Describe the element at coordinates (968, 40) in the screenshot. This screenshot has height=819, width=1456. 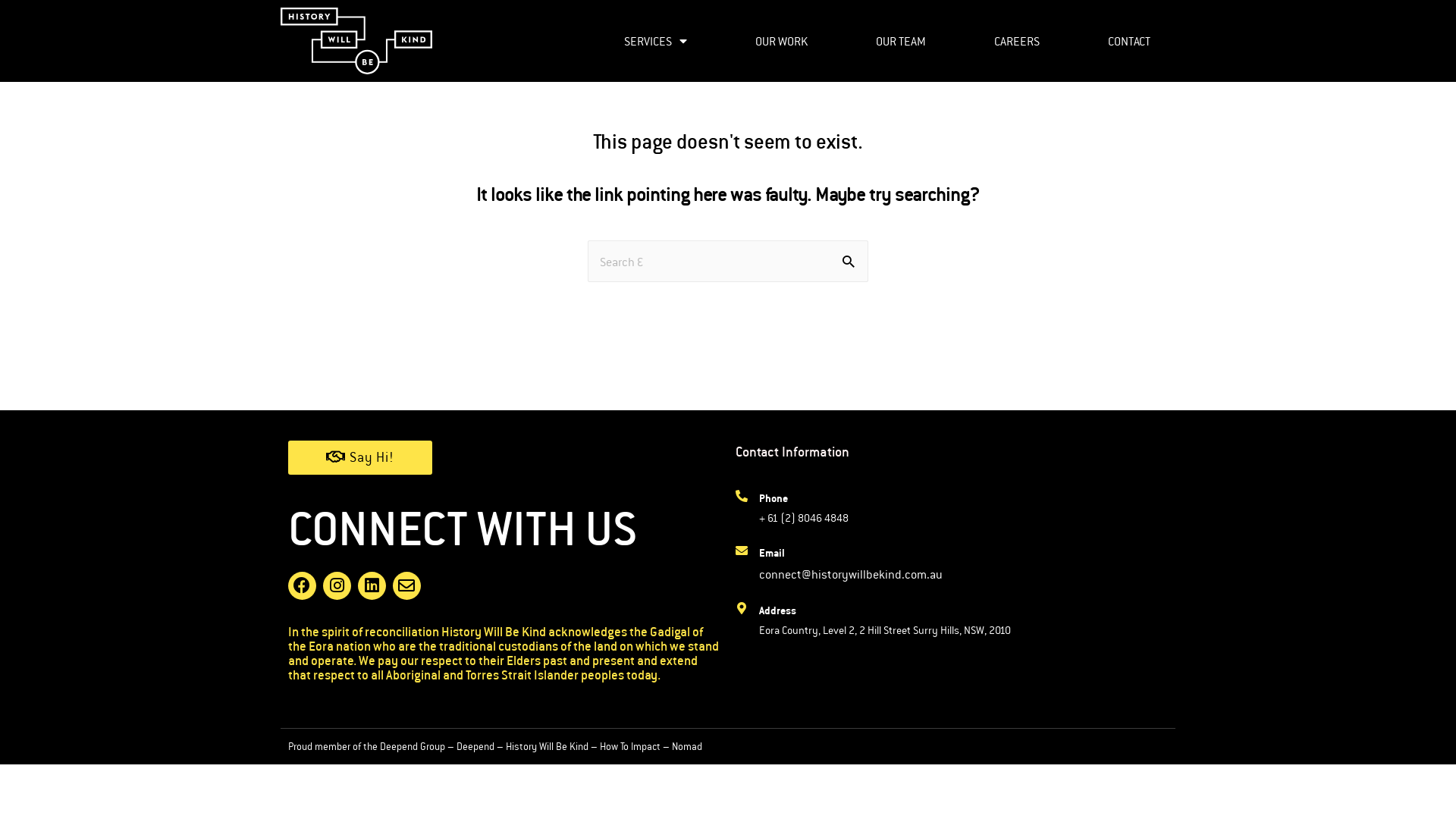
I see `'CAREERS'` at that location.